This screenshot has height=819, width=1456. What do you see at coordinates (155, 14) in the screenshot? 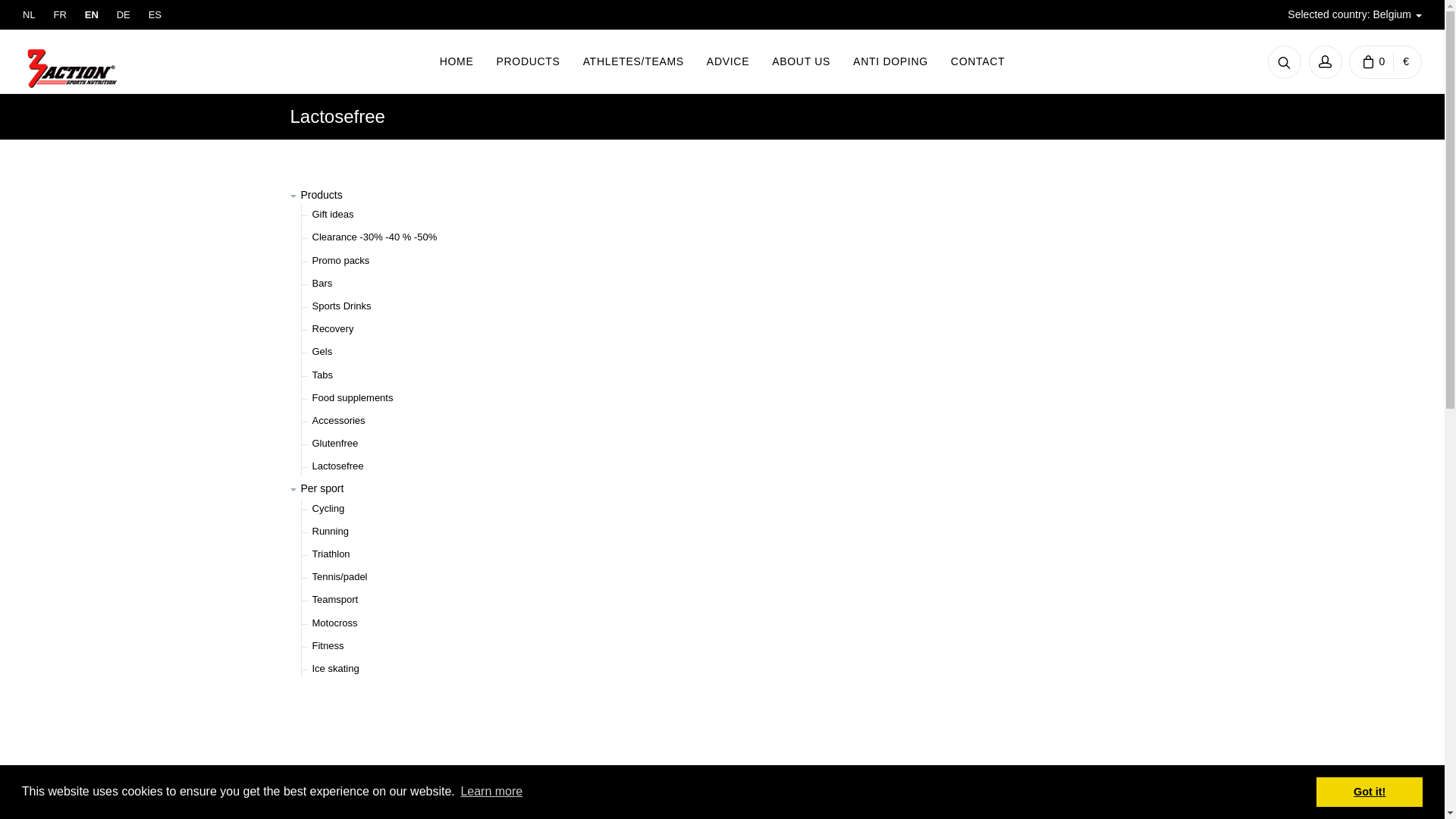
I see `'ES'` at bounding box center [155, 14].